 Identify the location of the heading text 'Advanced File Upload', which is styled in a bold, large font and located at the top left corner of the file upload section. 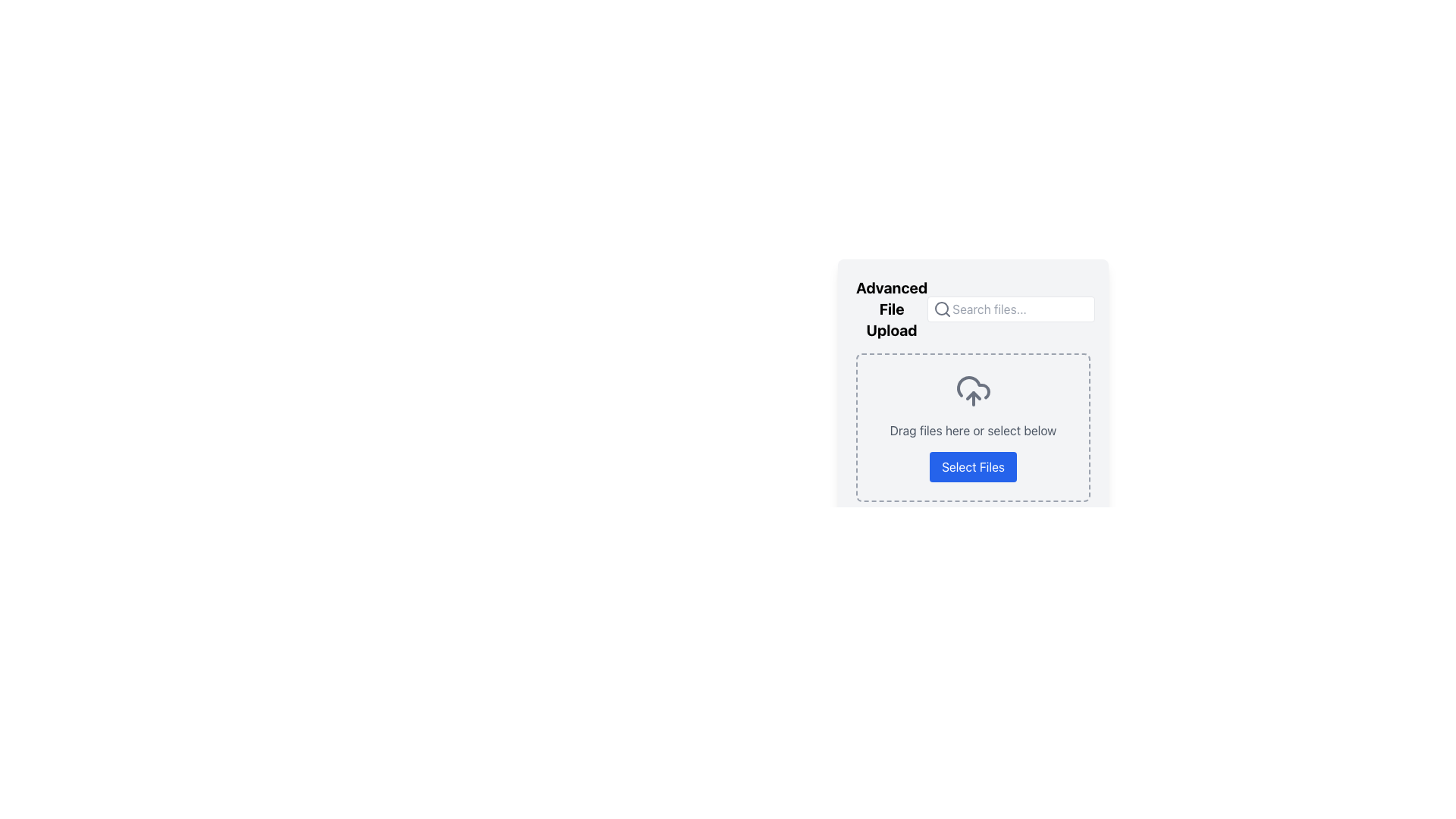
(892, 309).